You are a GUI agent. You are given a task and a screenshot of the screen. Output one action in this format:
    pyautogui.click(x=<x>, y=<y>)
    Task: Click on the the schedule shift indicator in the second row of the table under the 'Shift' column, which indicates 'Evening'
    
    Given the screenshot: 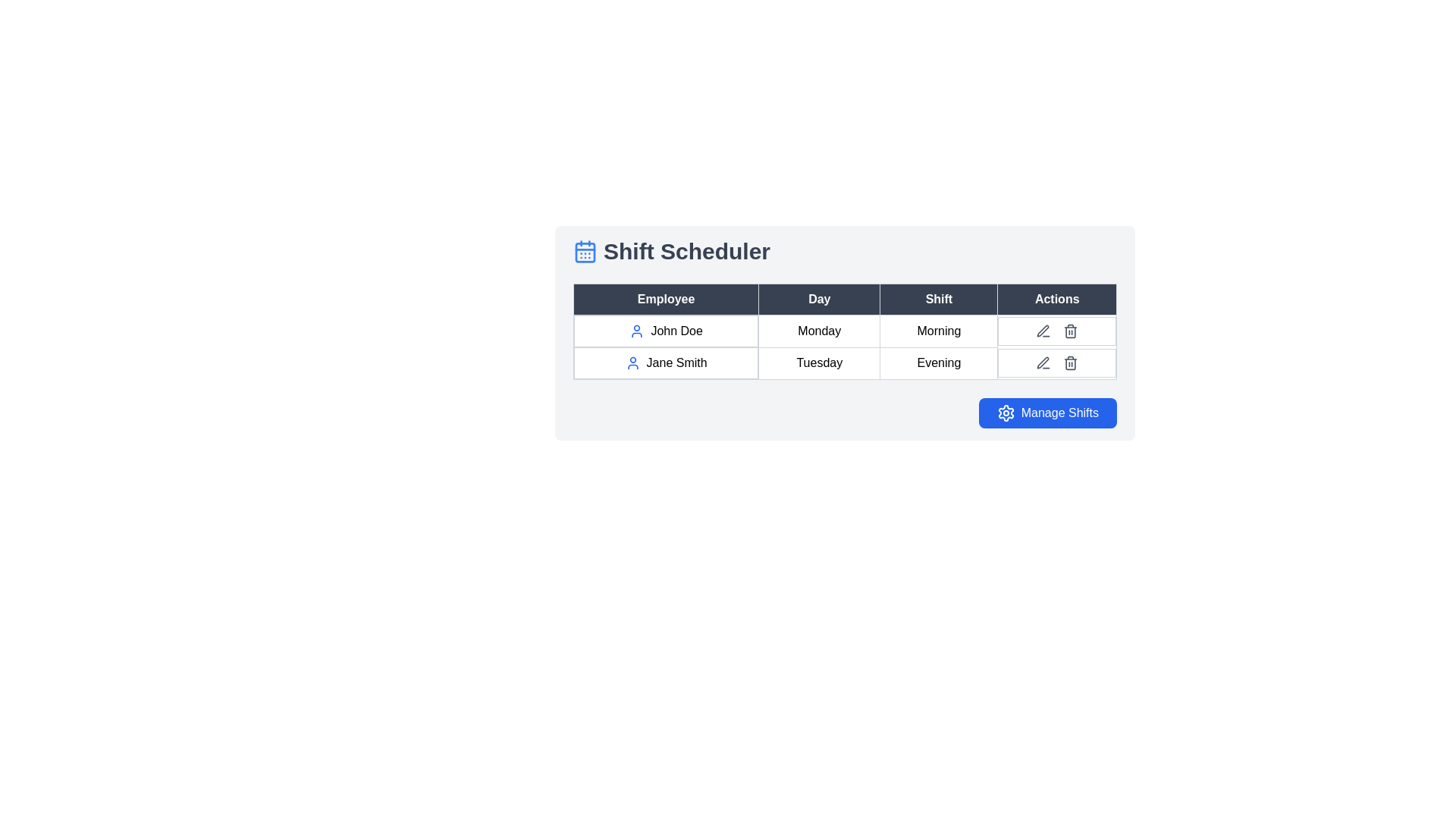 What is the action you would take?
    pyautogui.click(x=938, y=363)
    